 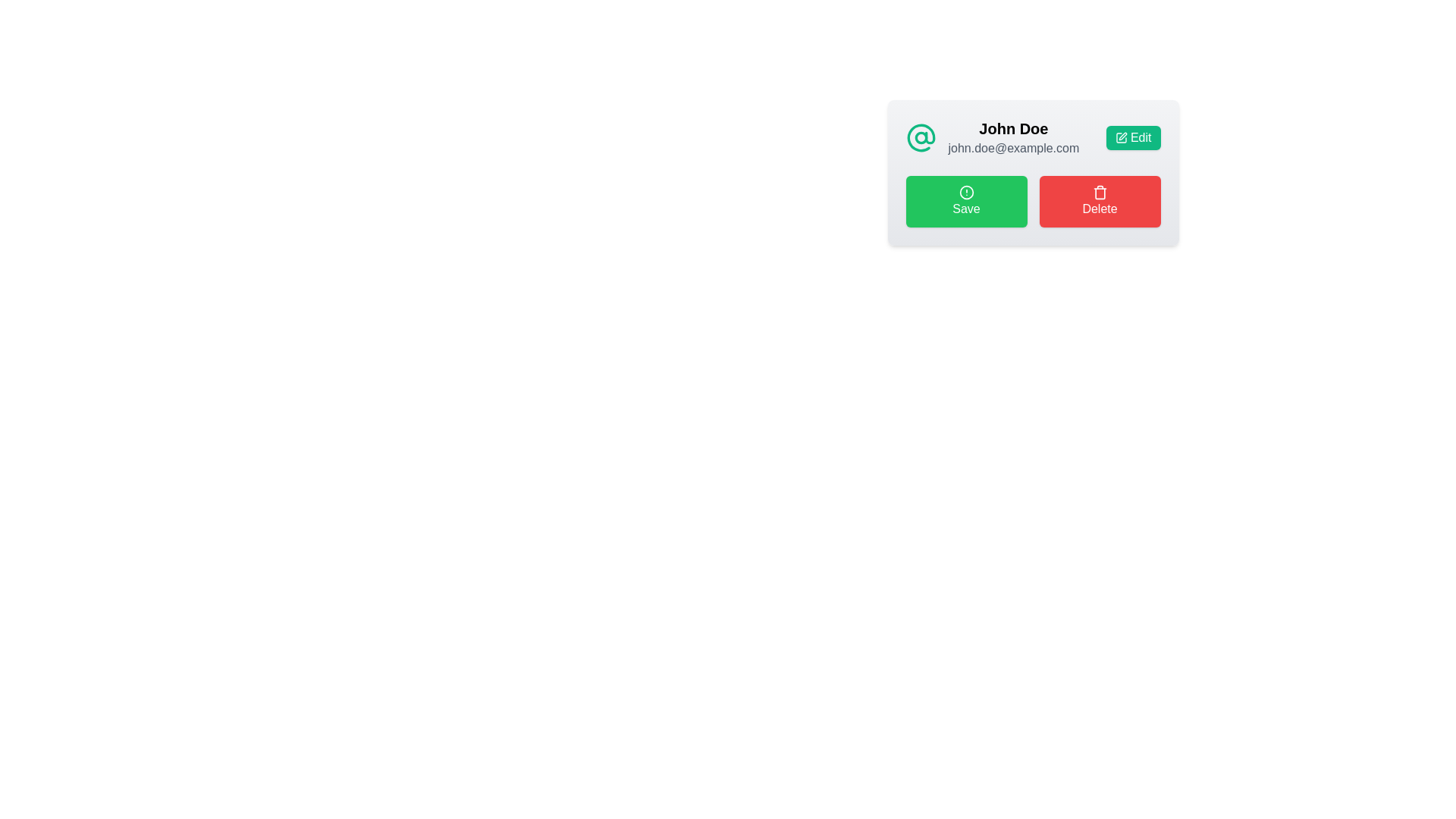 I want to click on the SVG Circle element, which is a circular component with a radius of 10 pixels, centered within the green 'Save' button, so click(x=965, y=192).